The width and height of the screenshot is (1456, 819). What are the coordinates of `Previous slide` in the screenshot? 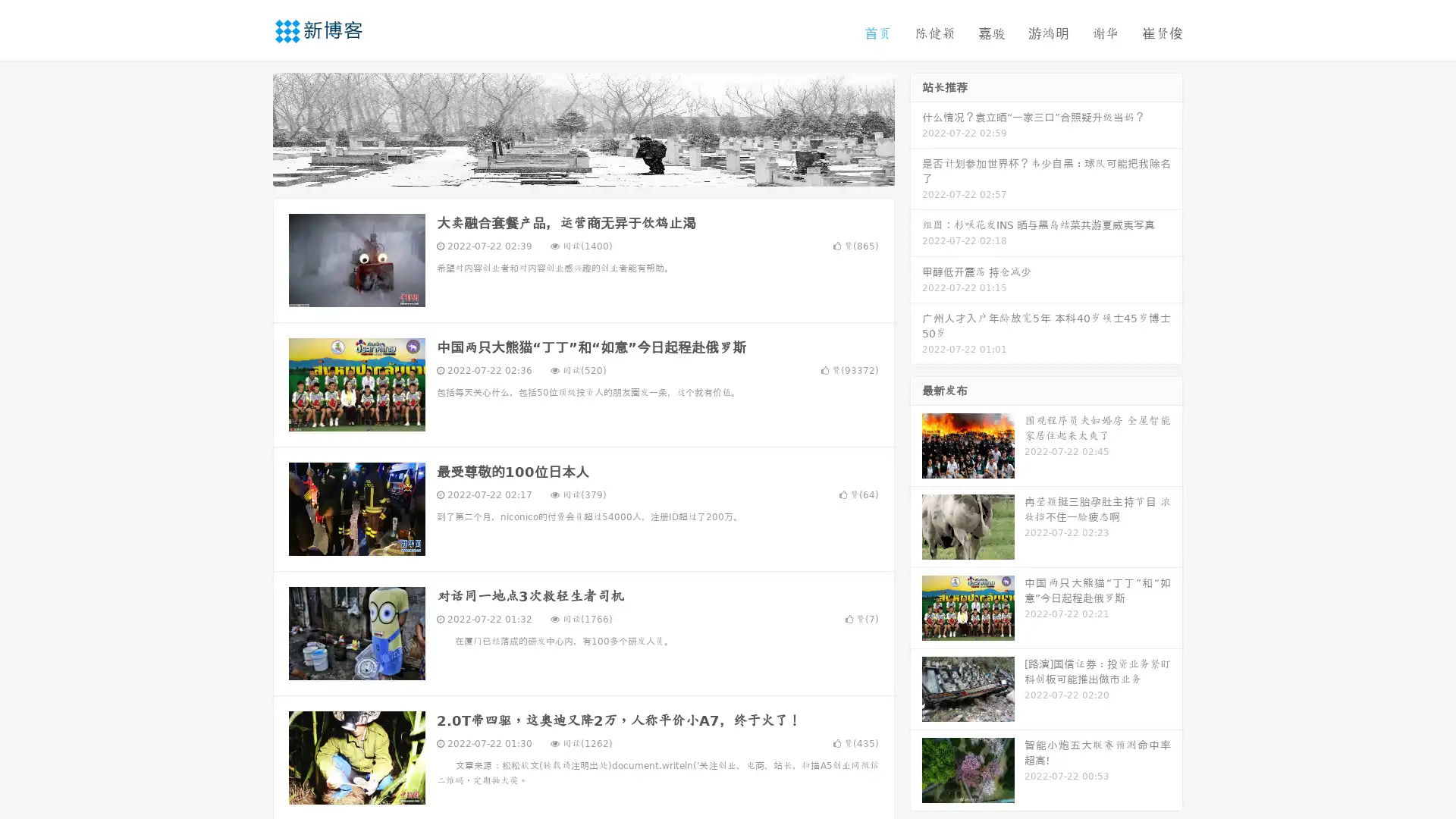 It's located at (250, 127).